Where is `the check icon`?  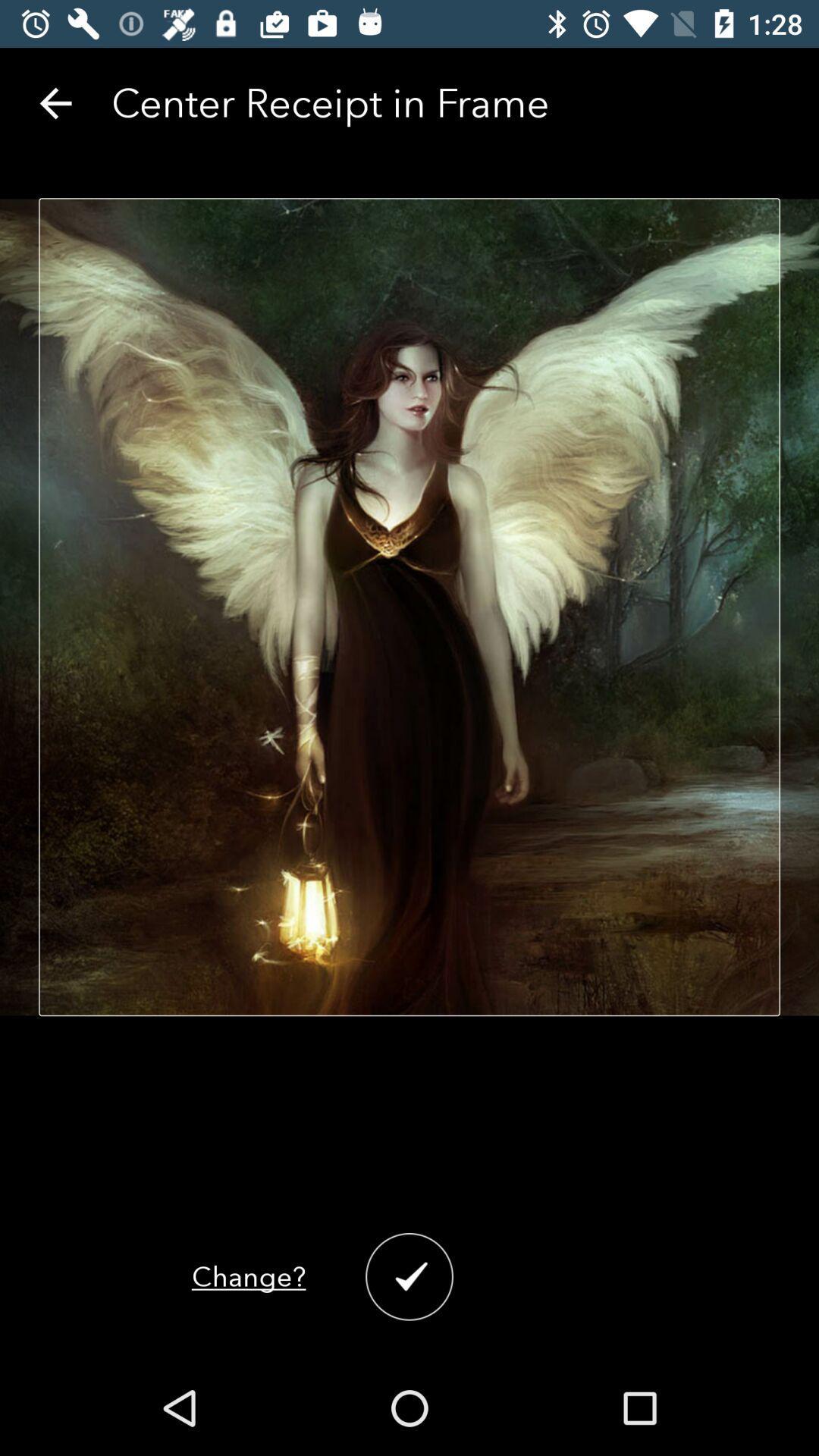 the check icon is located at coordinates (409, 1276).